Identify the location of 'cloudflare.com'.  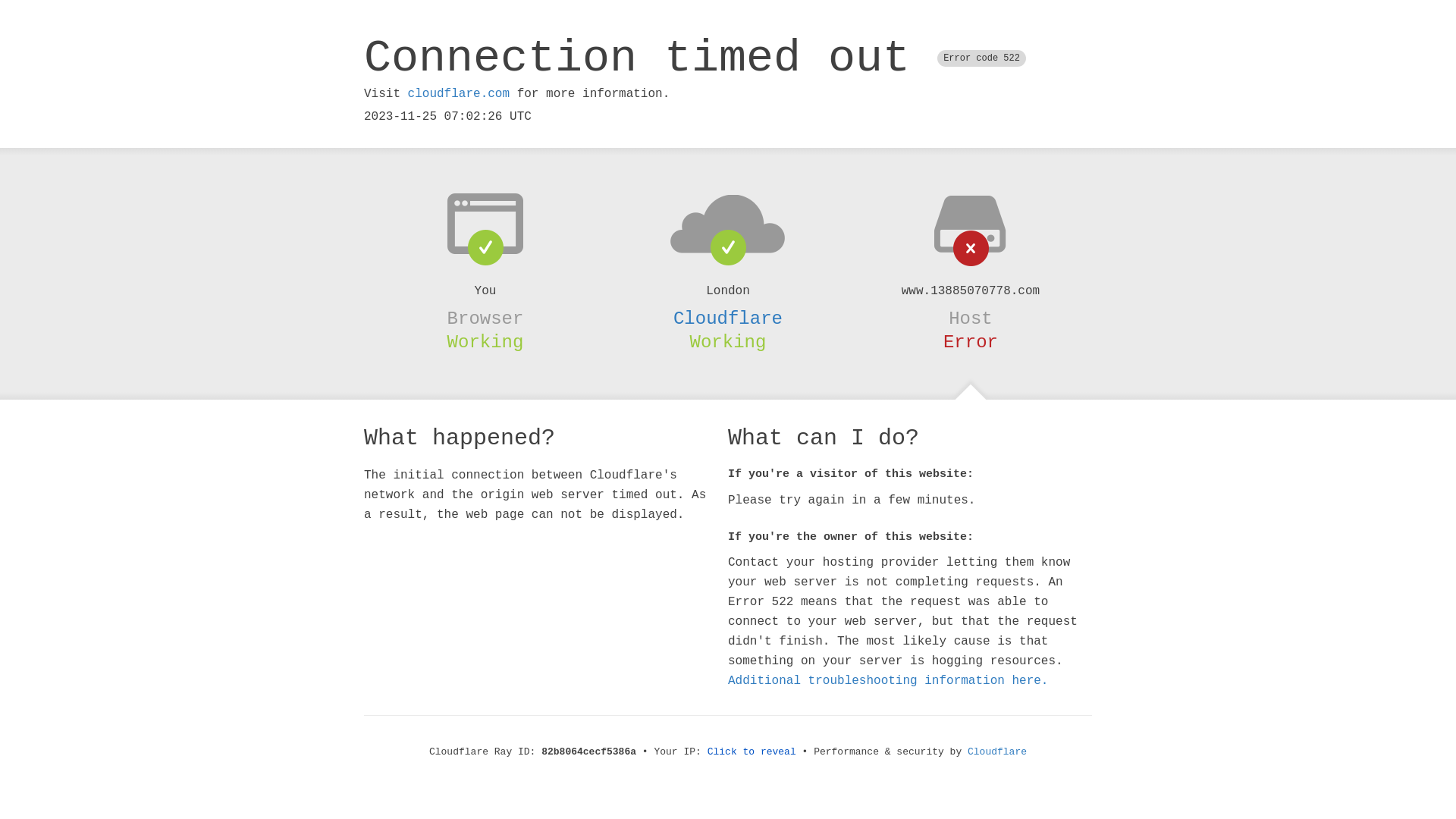
(457, 93).